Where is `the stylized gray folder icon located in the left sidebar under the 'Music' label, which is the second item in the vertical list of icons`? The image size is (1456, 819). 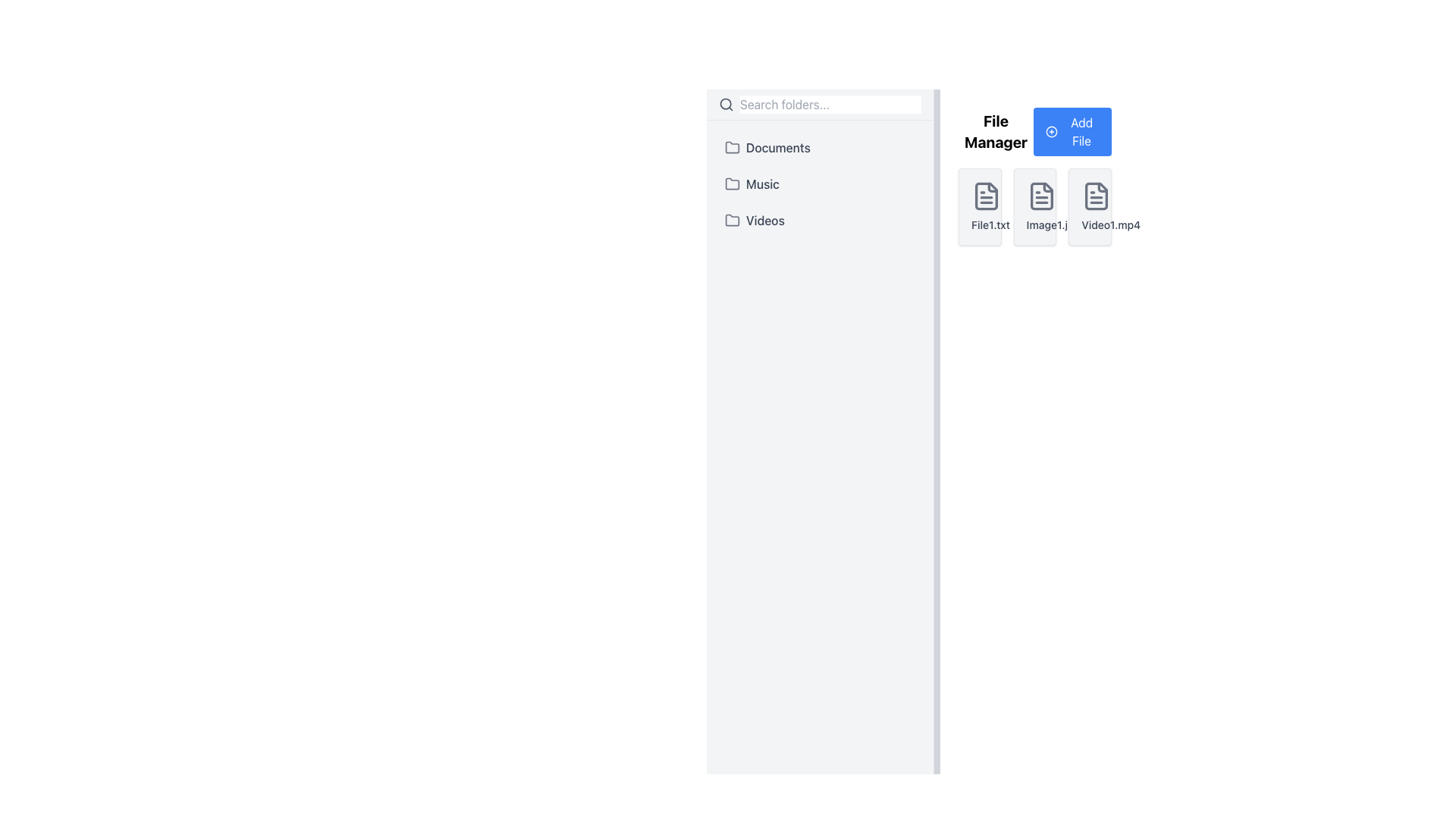 the stylized gray folder icon located in the left sidebar under the 'Music' label, which is the second item in the vertical list of icons is located at coordinates (732, 183).